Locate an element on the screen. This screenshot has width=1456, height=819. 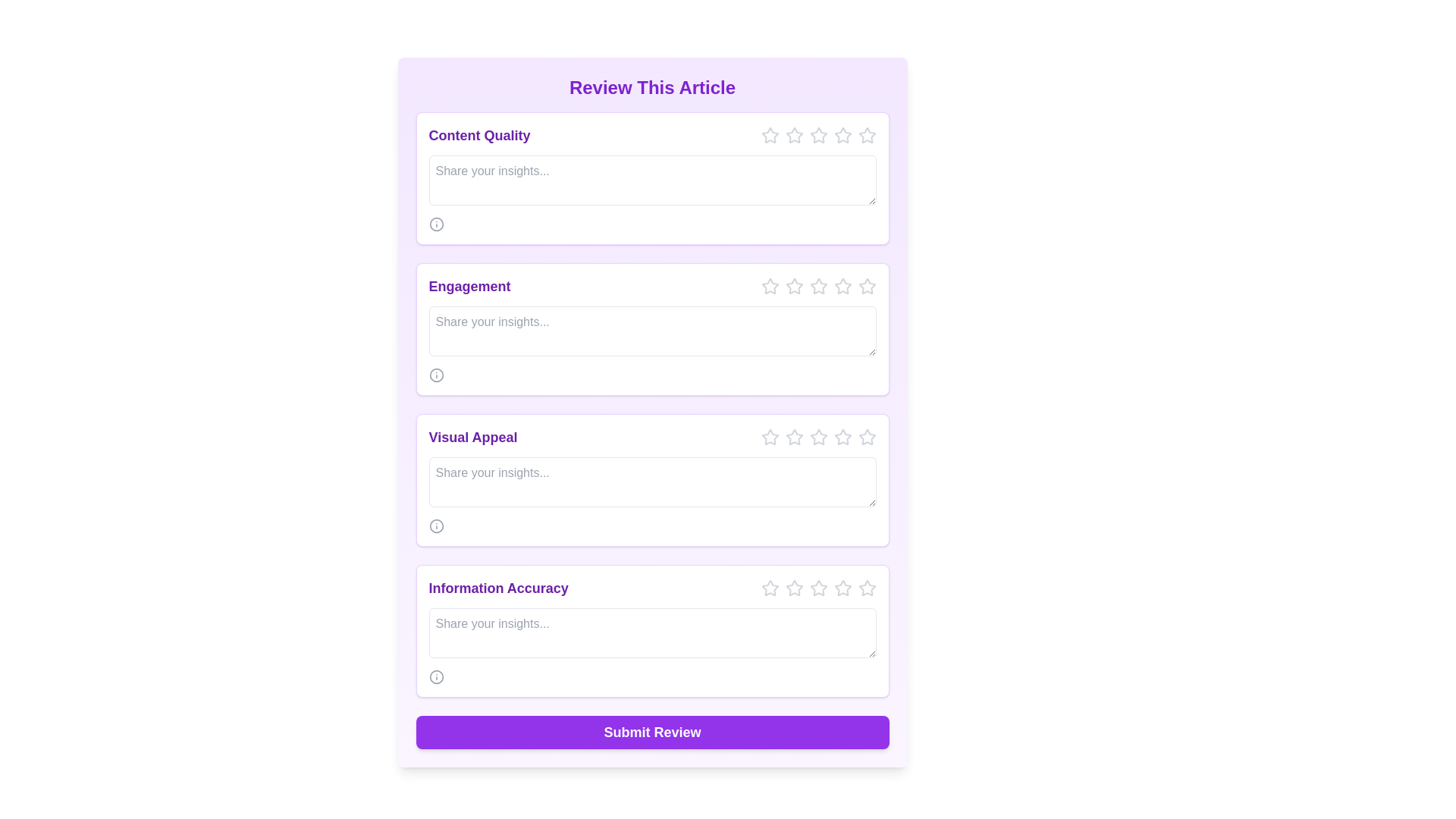
the fifth star icon in the series of five stars under the 'Information Accuracy' section to trigger a visual change is located at coordinates (817, 587).